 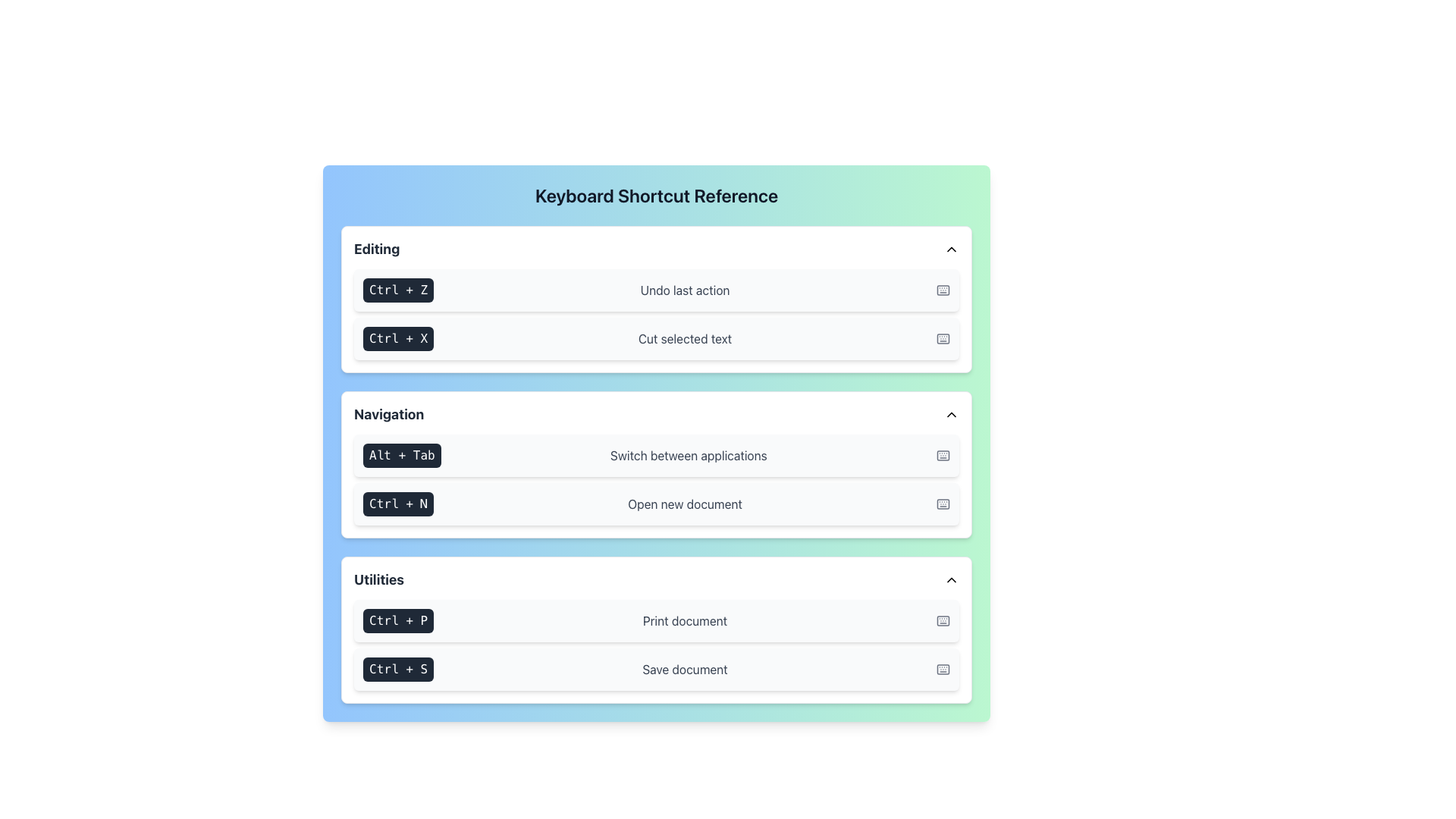 I want to click on the first informational list item under the 'Navigation' category of the keyboard shortcuts list, which includes the text 'Alt + Tab' and 'Switch between applications', so click(x=656, y=455).